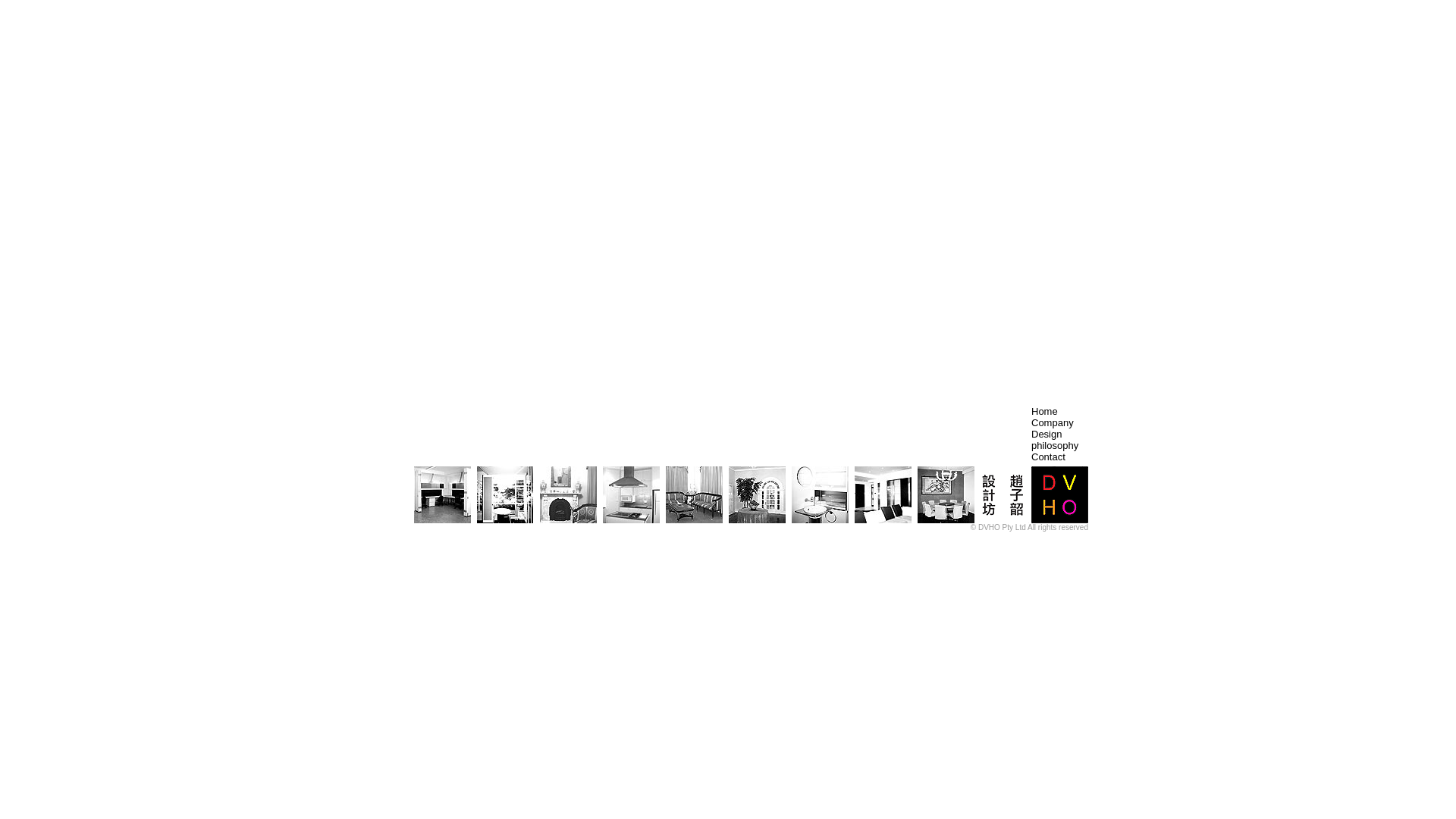  Describe the element at coordinates (1051, 422) in the screenshot. I see `'Company'` at that location.